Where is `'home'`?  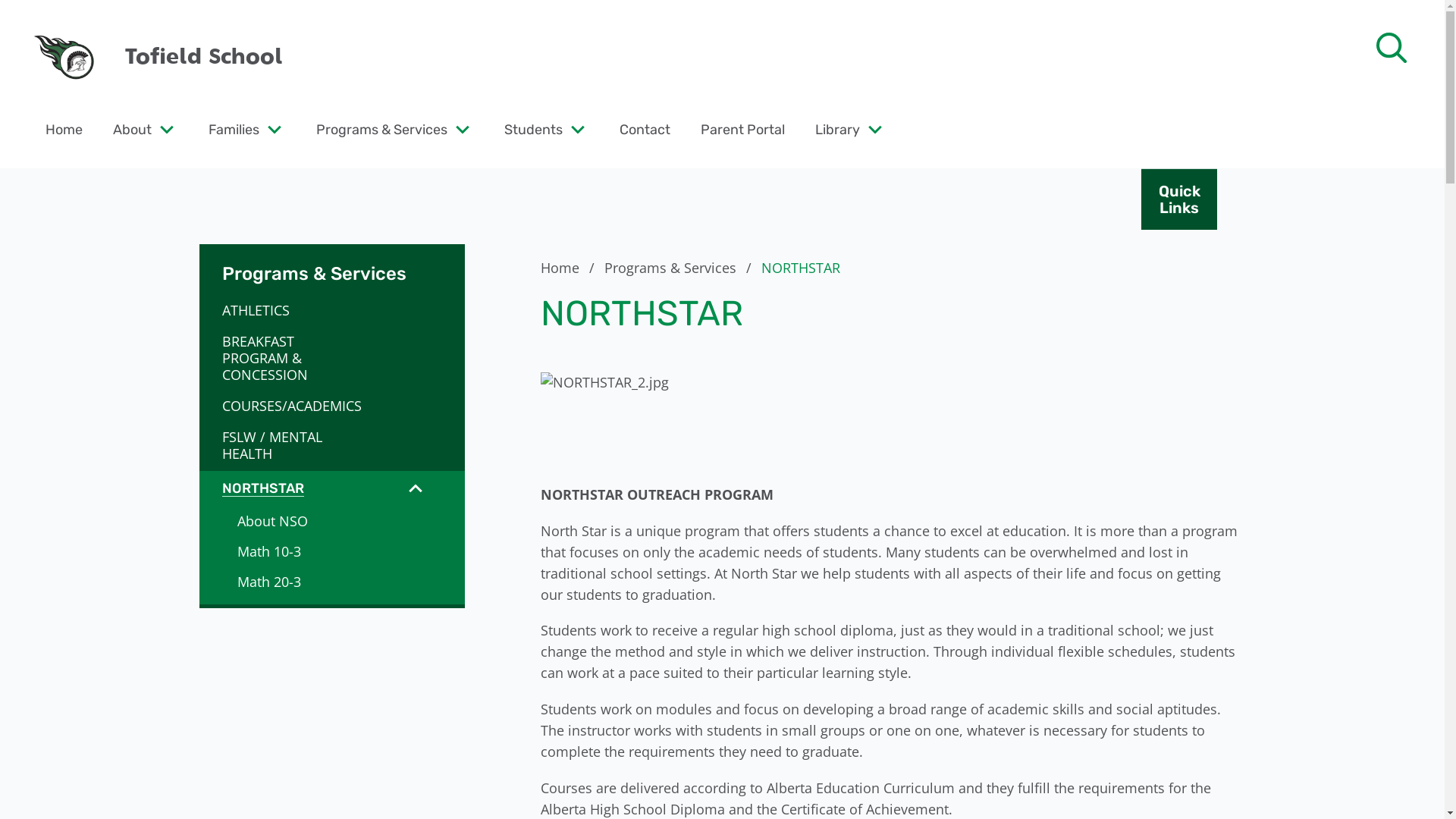 'home' is located at coordinates (64, 55).